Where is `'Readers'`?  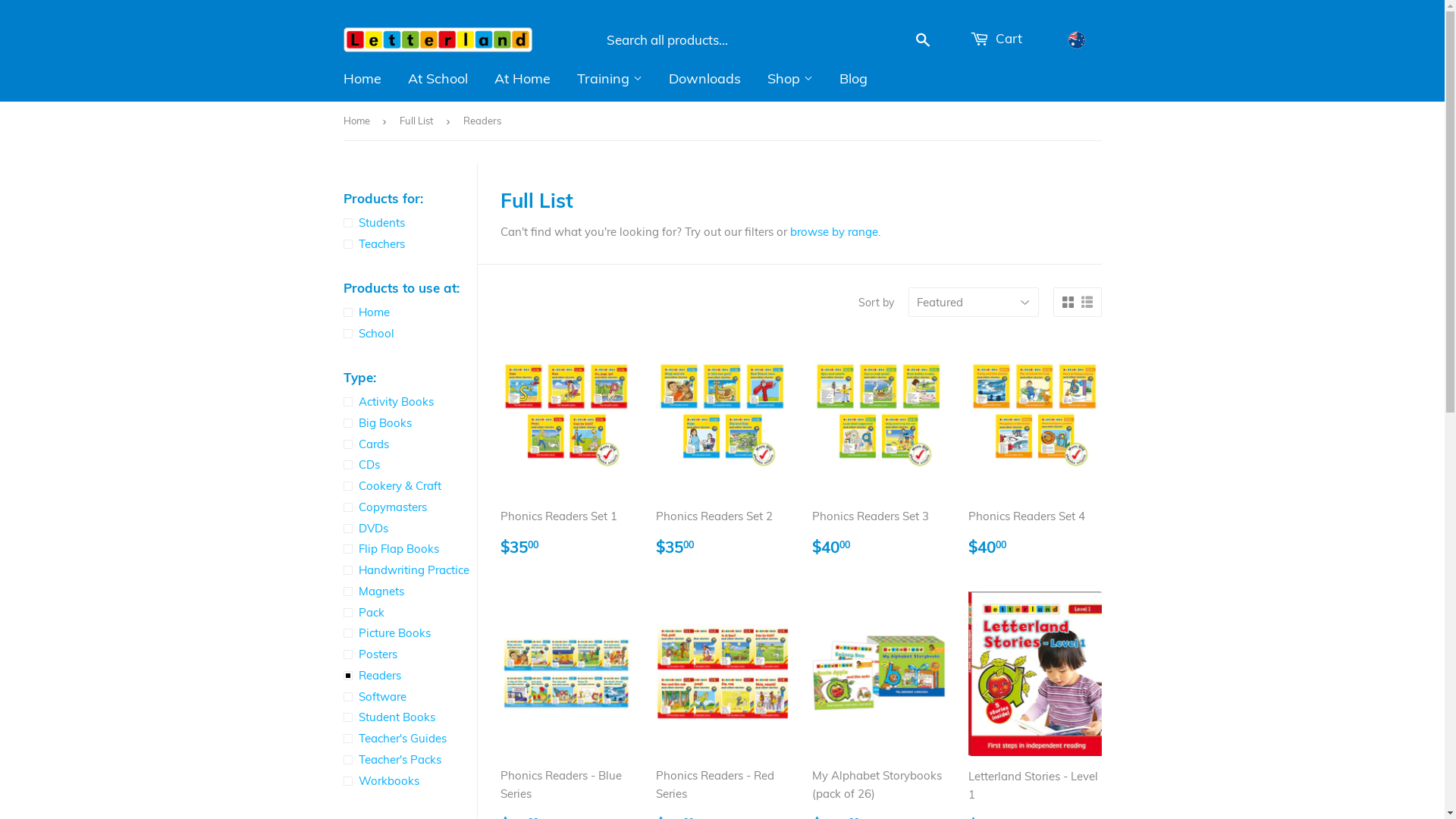 'Readers' is located at coordinates (409, 675).